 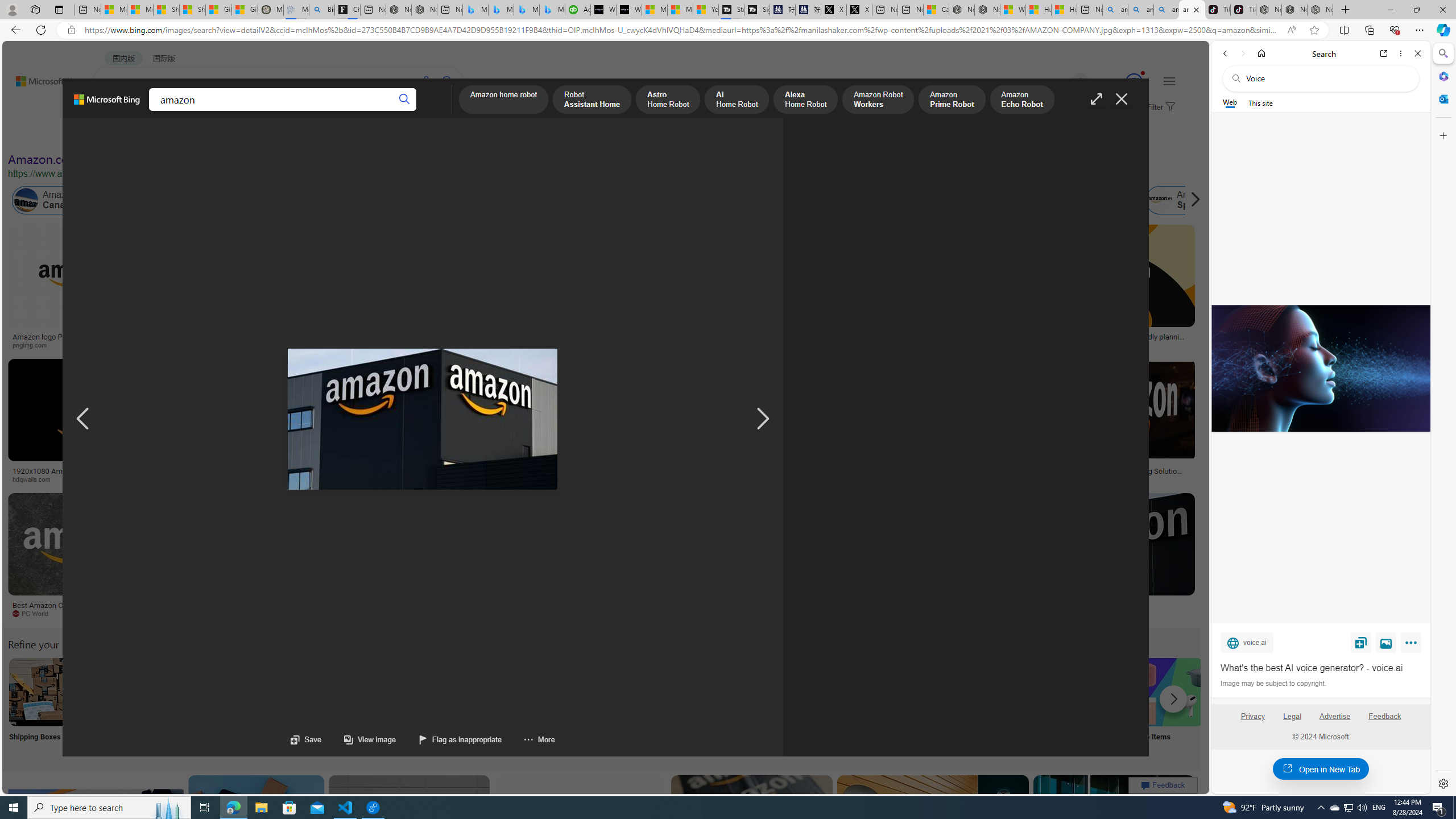 I want to click on 'VIDEOS', so click(x=260, y=111).